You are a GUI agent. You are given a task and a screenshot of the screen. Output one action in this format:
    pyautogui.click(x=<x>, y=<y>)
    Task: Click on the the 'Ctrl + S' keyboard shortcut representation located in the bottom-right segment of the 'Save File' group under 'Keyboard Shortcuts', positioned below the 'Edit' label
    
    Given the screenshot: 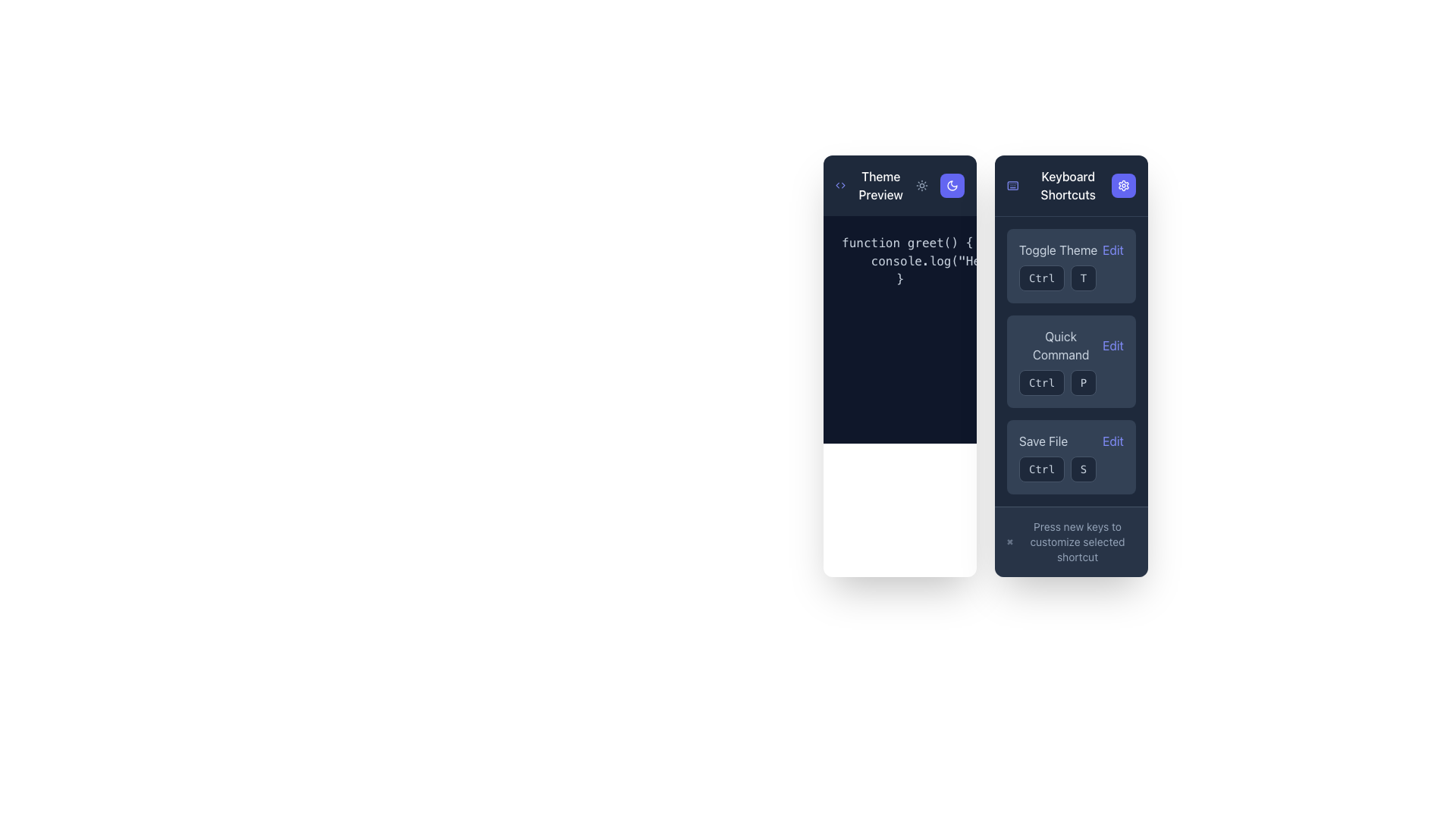 What is the action you would take?
    pyautogui.click(x=1070, y=468)
    